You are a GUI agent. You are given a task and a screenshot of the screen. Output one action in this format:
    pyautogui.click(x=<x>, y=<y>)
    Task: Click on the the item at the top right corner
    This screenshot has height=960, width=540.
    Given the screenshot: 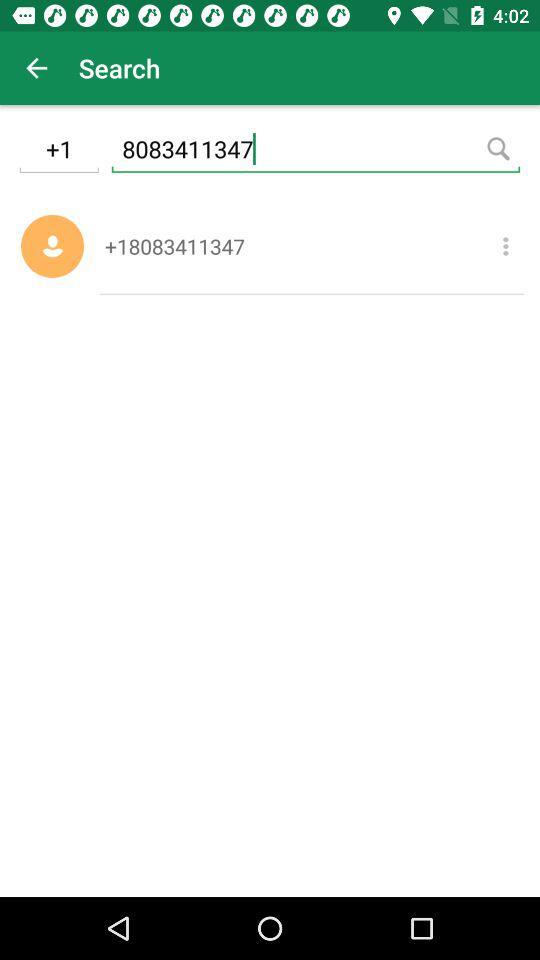 What is the action you would take?
    pyautogui.click(x=504, y=245)
    